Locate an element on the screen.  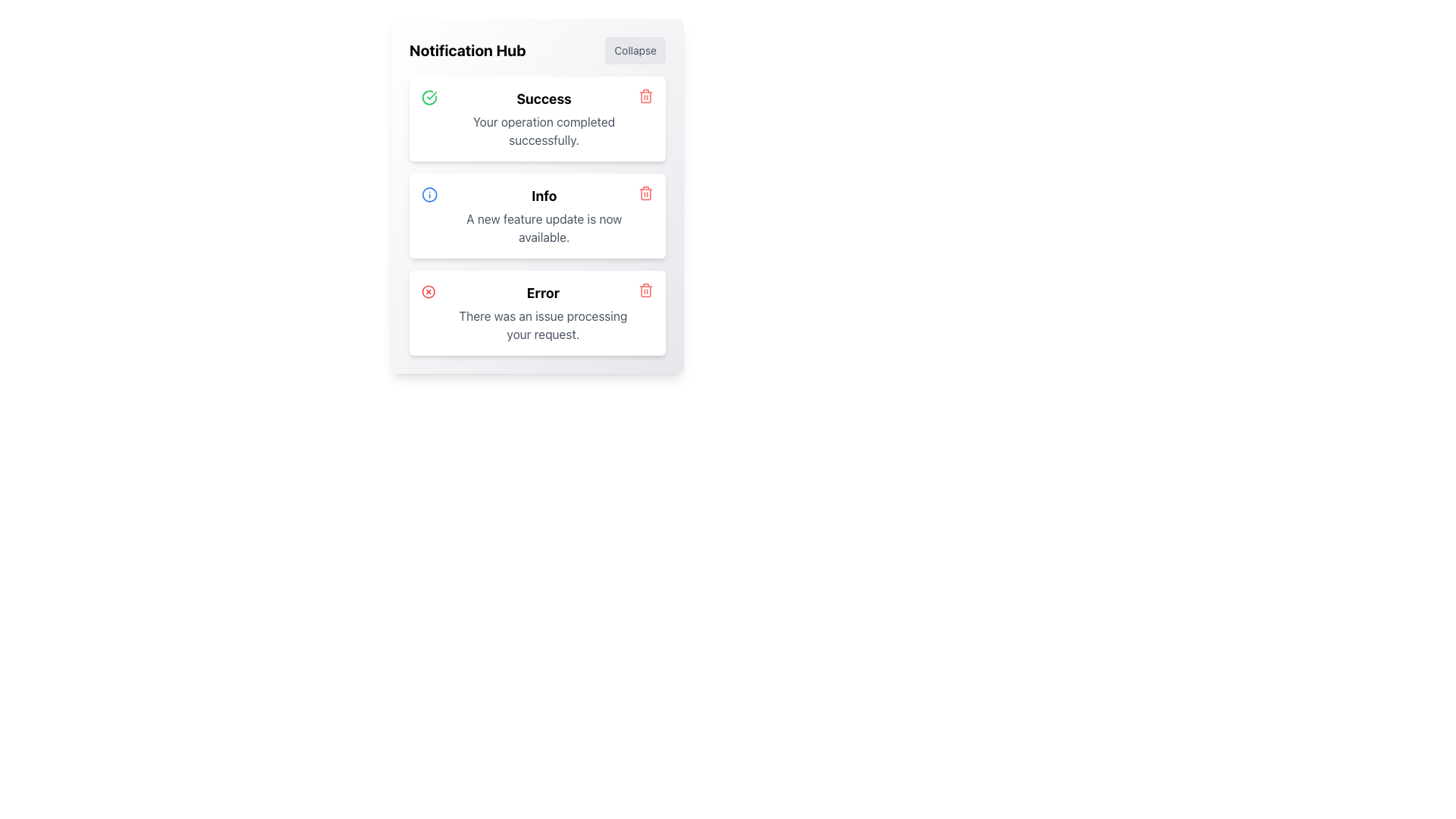
the red trash can icon located at the far right of the 'Error' notification box is located at coordinates (645, 290).